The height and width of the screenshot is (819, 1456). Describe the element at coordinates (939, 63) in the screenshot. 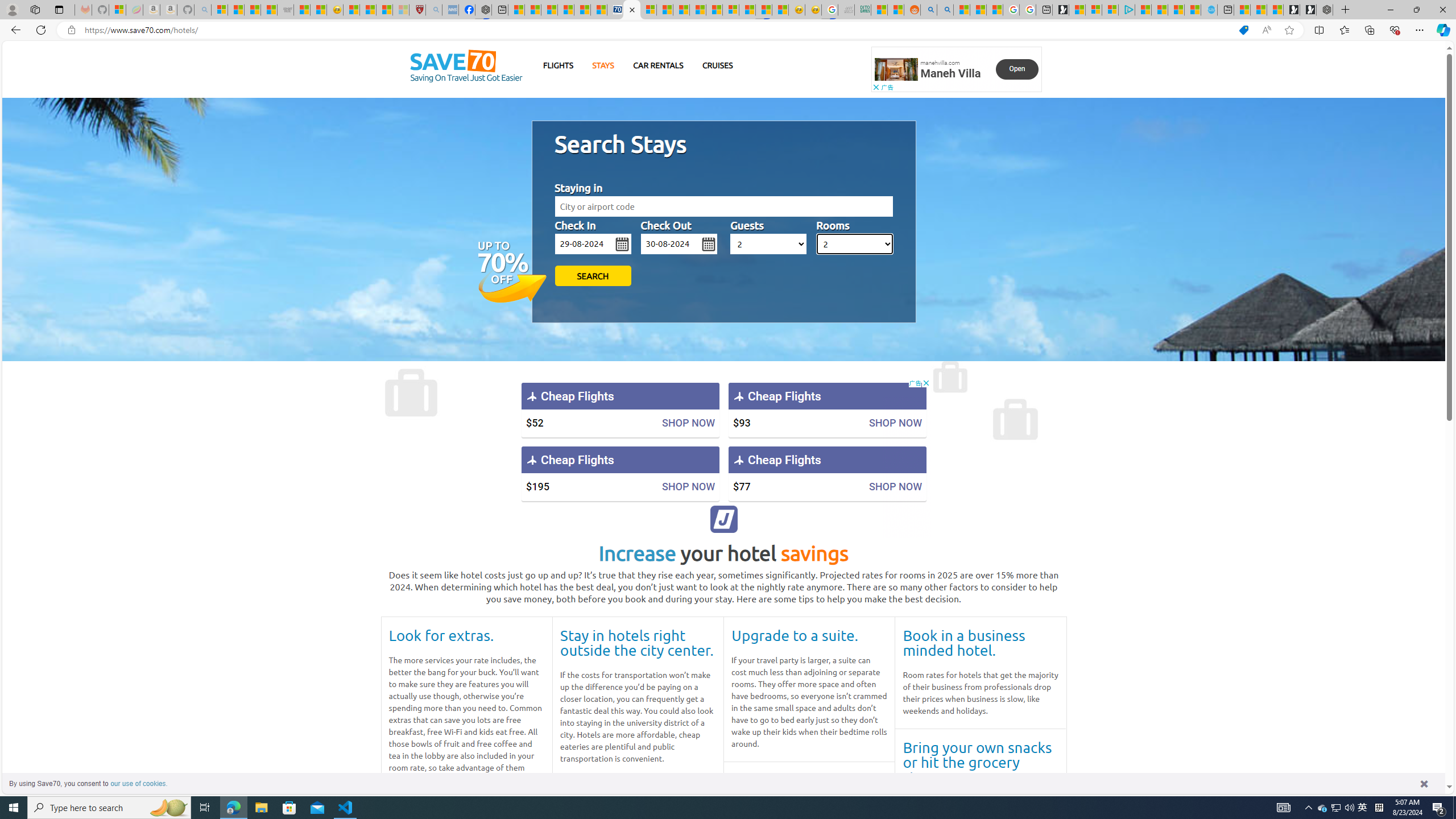

I see `'manehvilla.com'` at that location.